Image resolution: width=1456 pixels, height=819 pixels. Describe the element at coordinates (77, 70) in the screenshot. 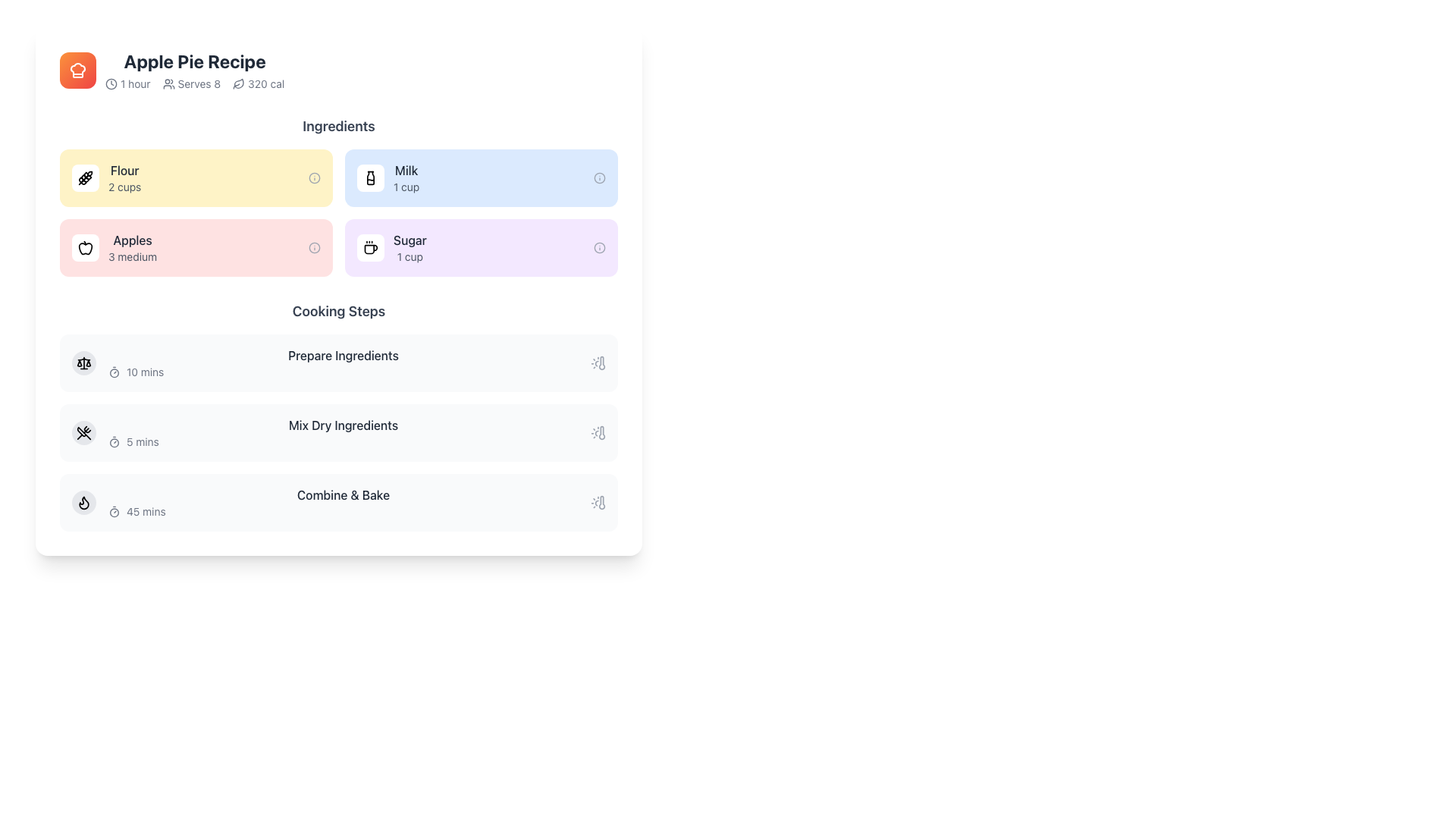

I see `SVG graphic resembling a chef's hat, which is white-colored and located to the left of the header 'Apple Pie Recipe'` at that location.